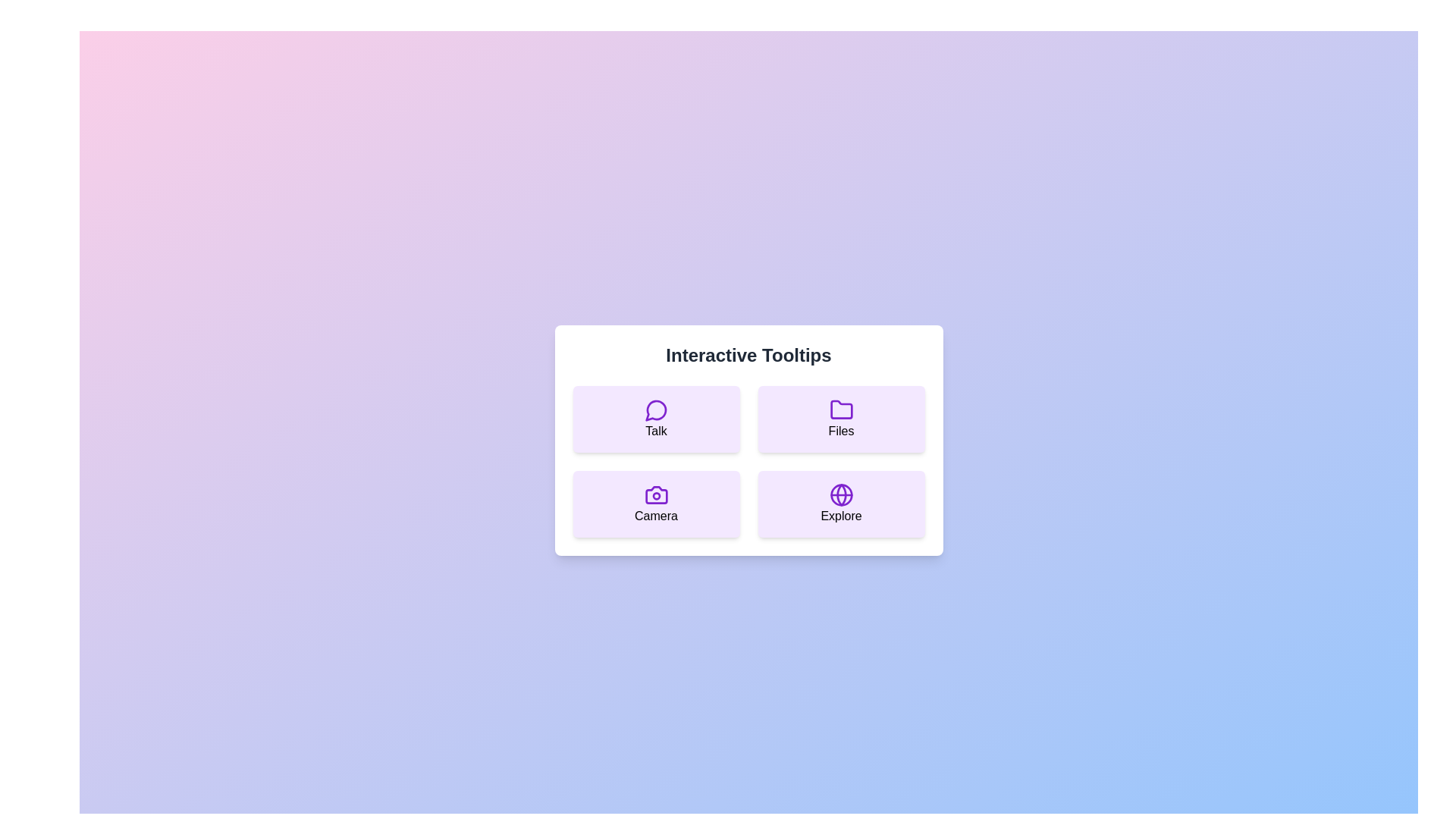 Image resolution: width=1456 pixels, height=819 pixels. I want to click on text label 'Camera' located at the center-bottom of the interactive tooltips card in the bottom-left quadrant of the interface, so click(656, 516).